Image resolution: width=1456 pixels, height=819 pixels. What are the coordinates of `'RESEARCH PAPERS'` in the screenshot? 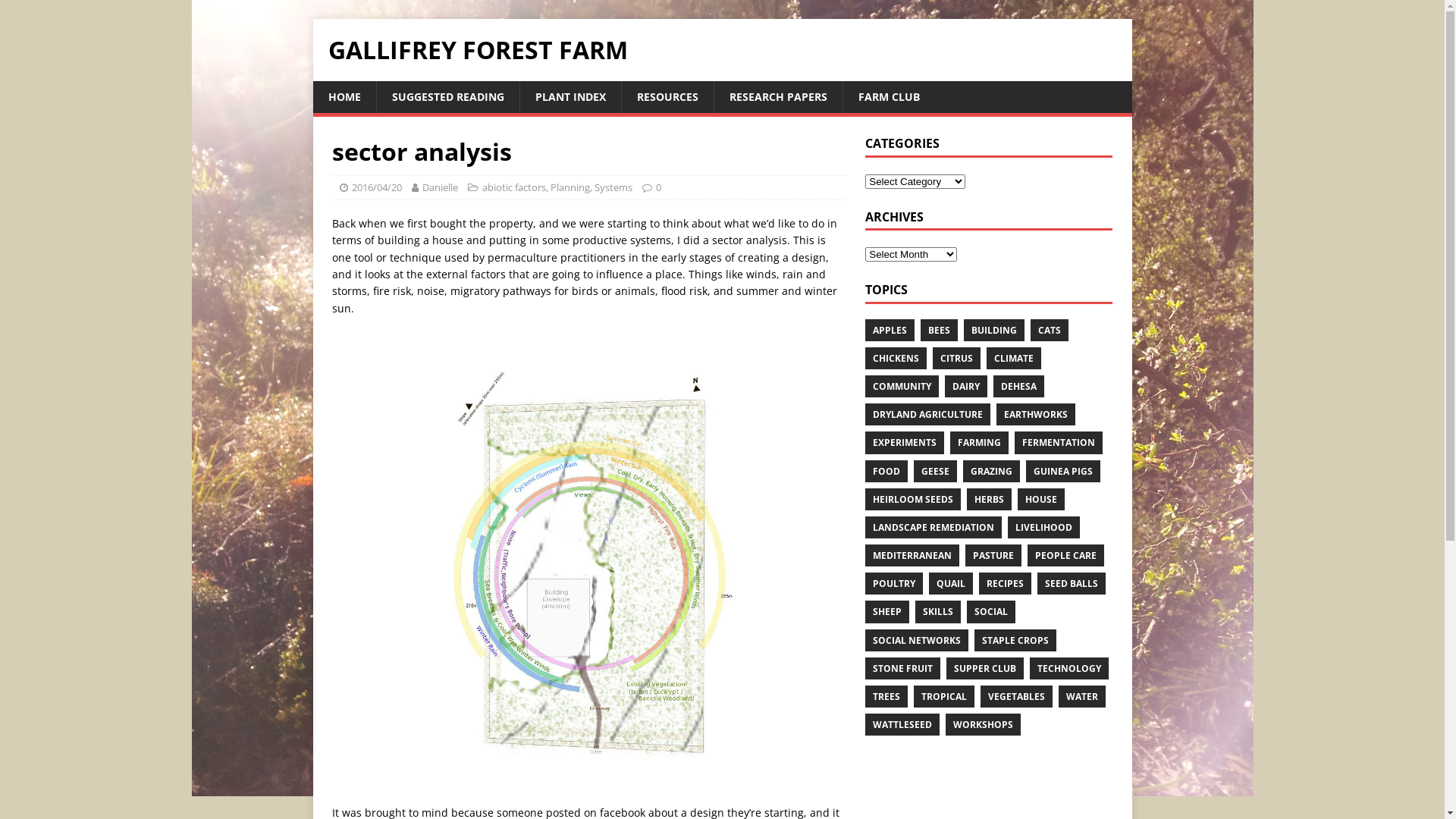 It's located at (777, 96).